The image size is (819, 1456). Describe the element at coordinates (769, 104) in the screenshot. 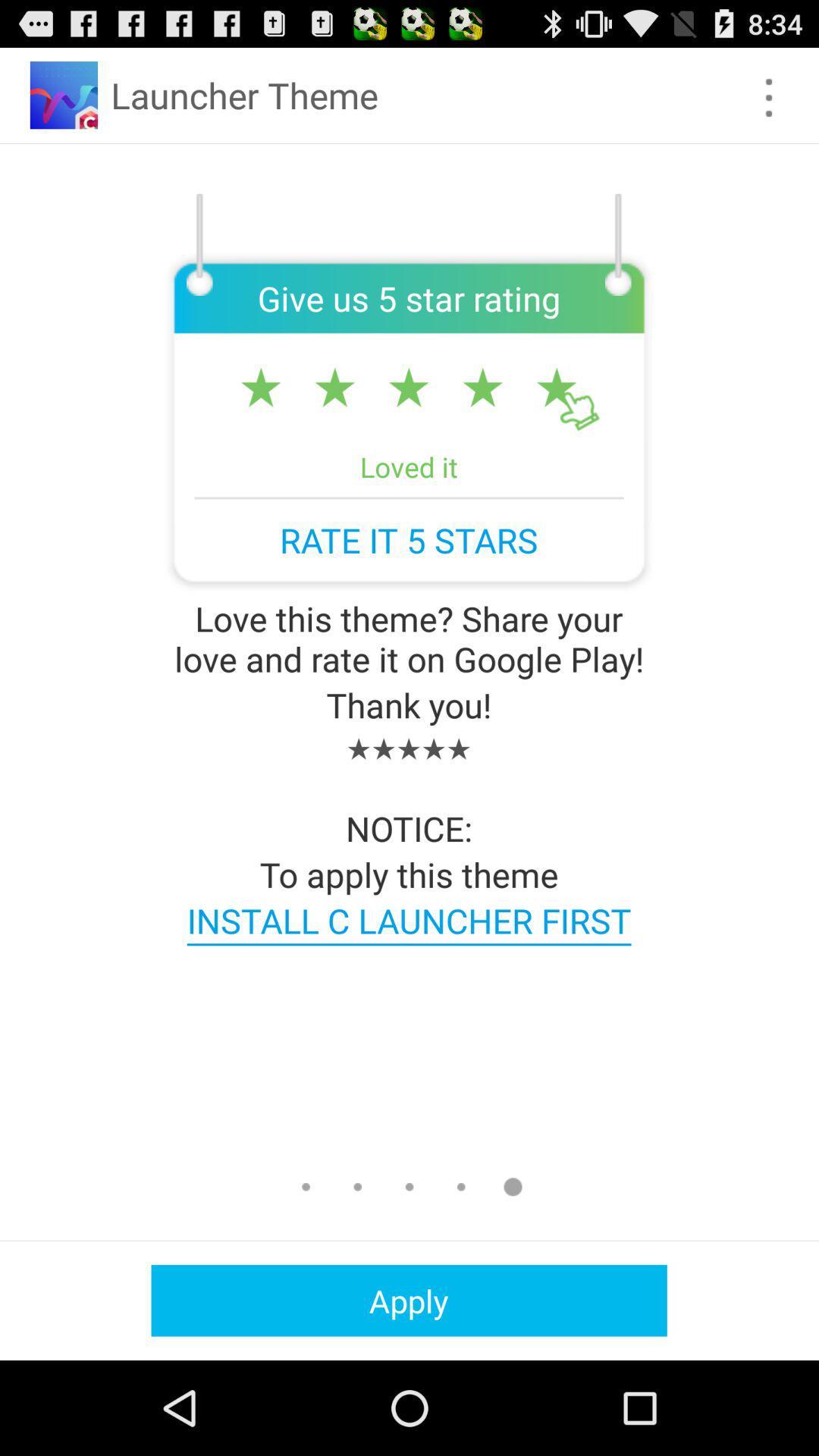

I see `the more icon` at that location.